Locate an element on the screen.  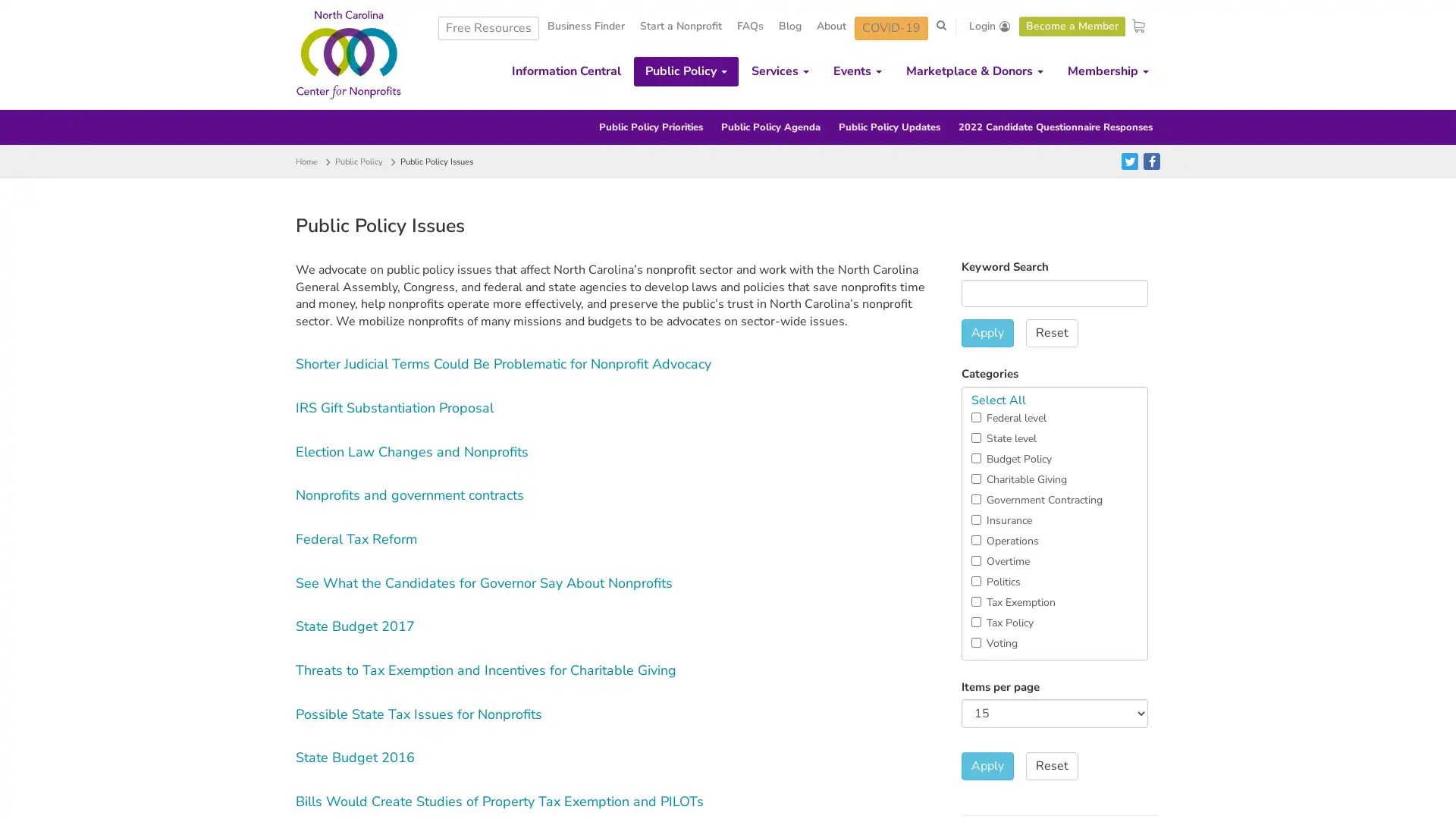
Apply is located at coordinates (987, 766).